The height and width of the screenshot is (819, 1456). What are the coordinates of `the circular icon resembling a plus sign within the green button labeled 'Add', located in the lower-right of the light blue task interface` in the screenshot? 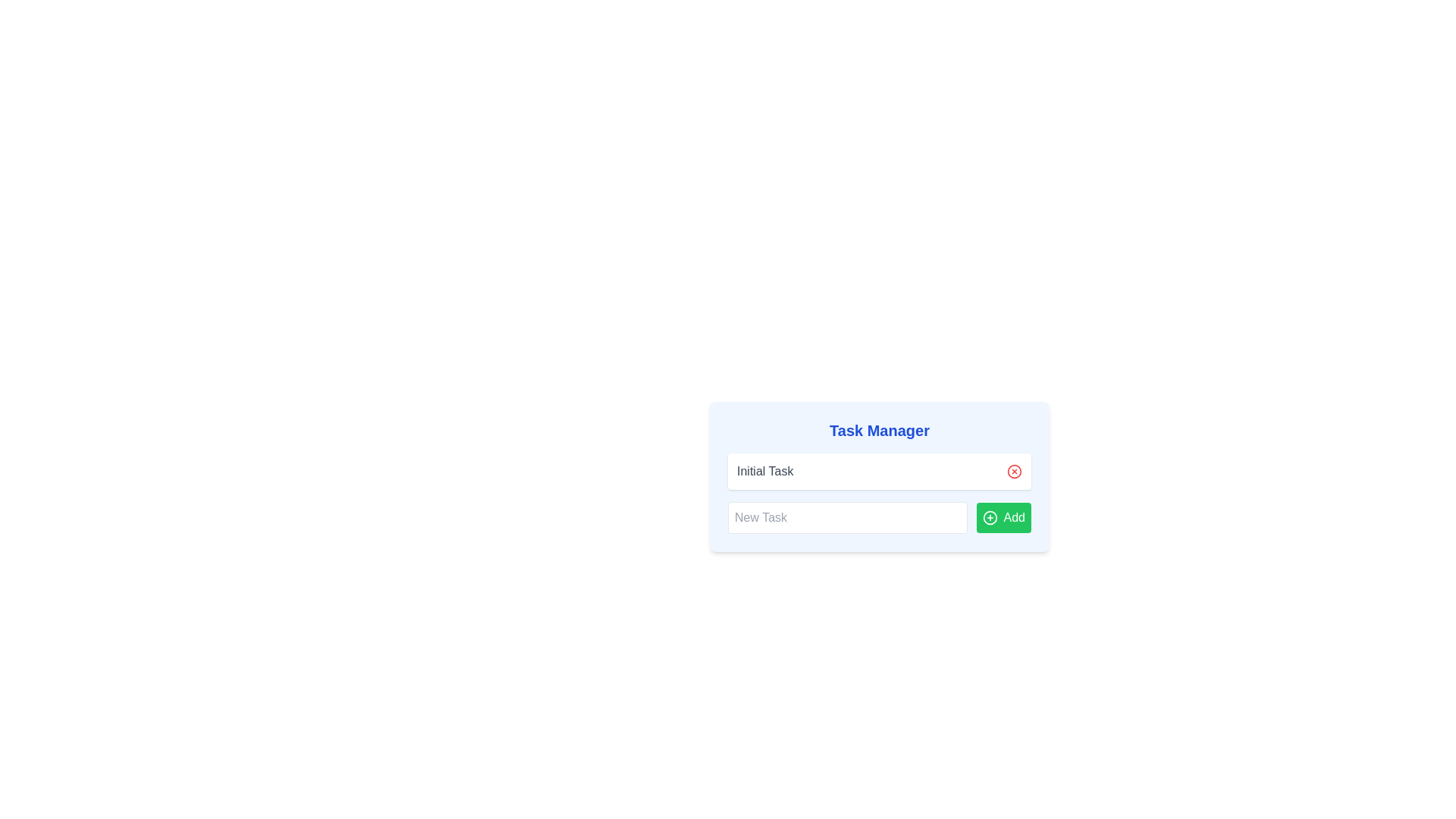 It's located at (990, 516).